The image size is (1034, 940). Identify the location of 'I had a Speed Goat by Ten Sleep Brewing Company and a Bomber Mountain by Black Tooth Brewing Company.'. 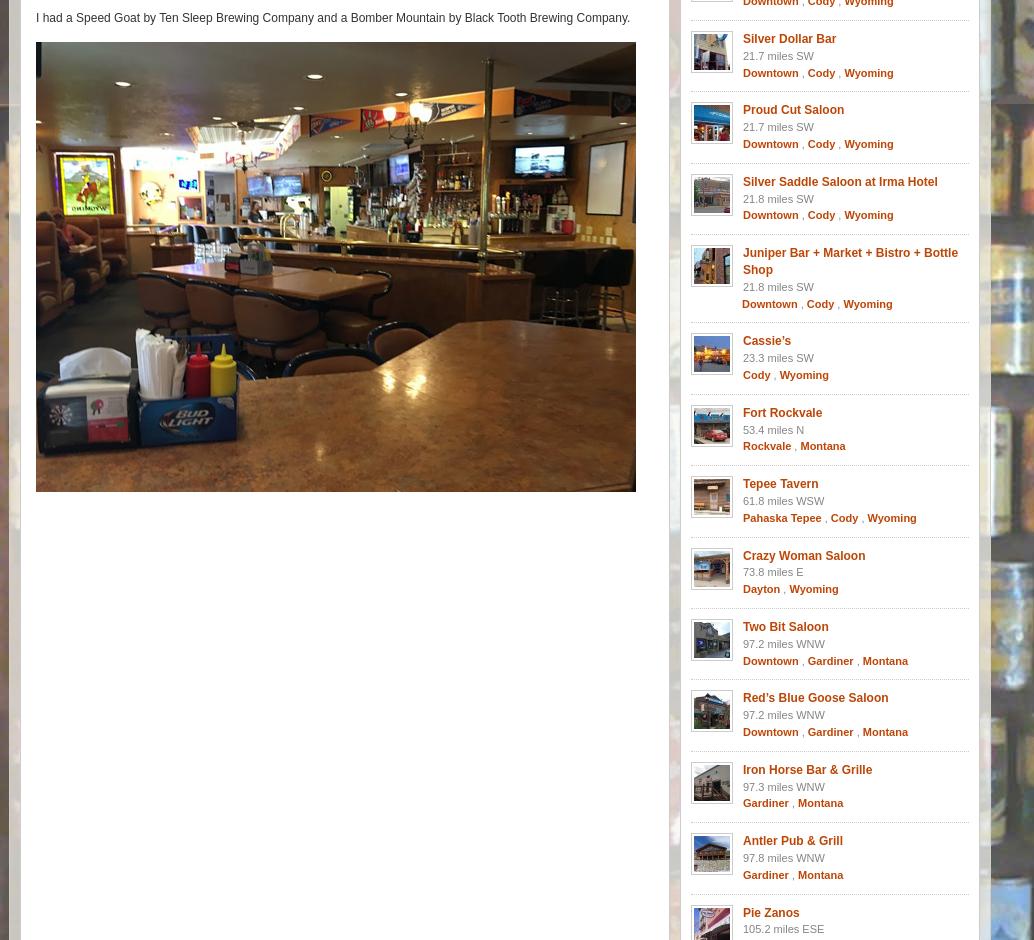
(332, 17).